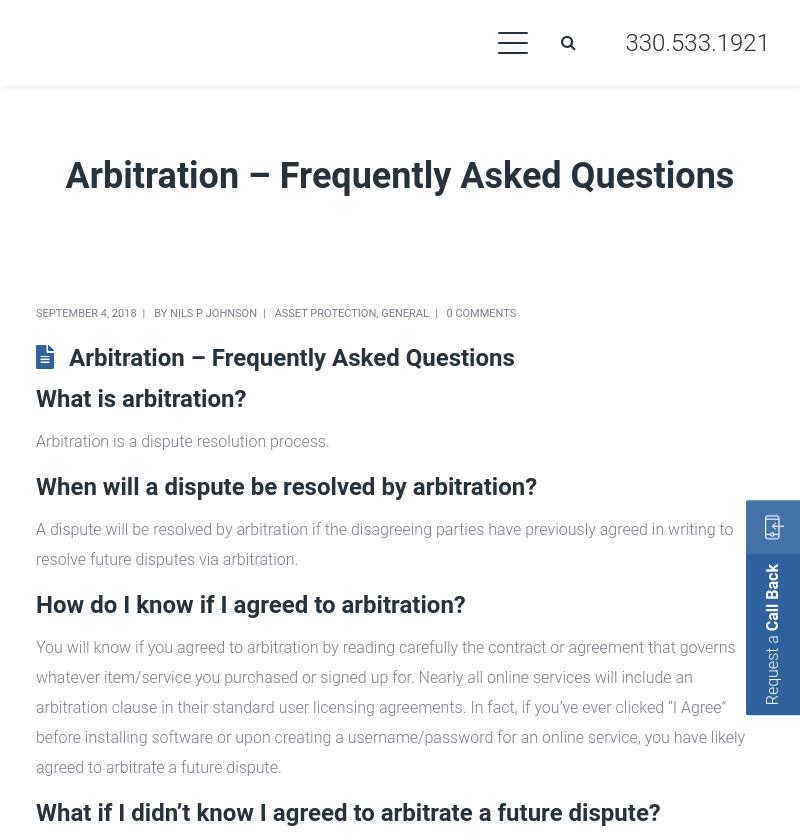  What do you see at coordinates (213, 313) in the screenshot?
I see `'Nils P Johnson'` at bounding box center [213, 313].